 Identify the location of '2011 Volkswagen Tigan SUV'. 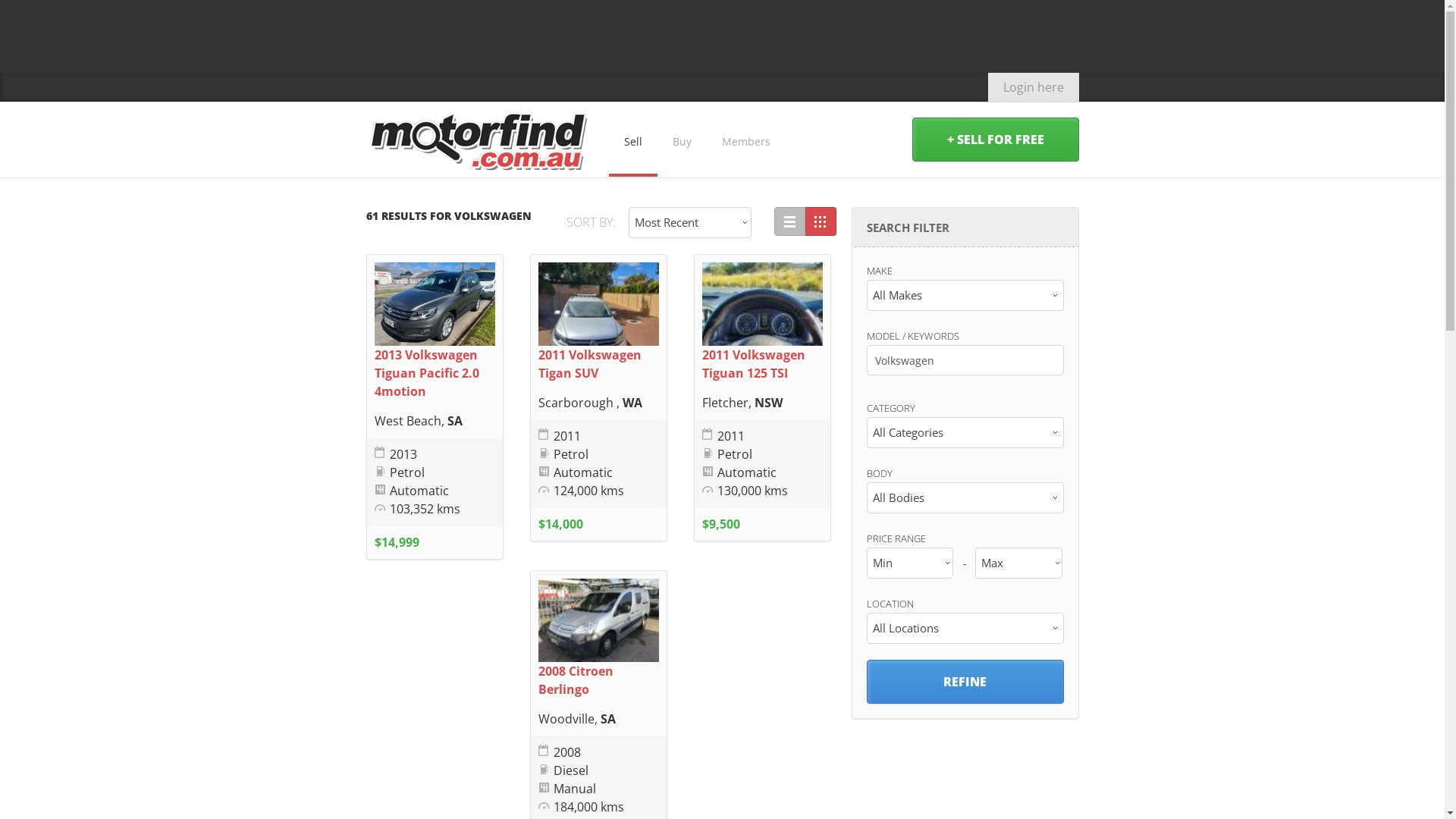
(588, 363).